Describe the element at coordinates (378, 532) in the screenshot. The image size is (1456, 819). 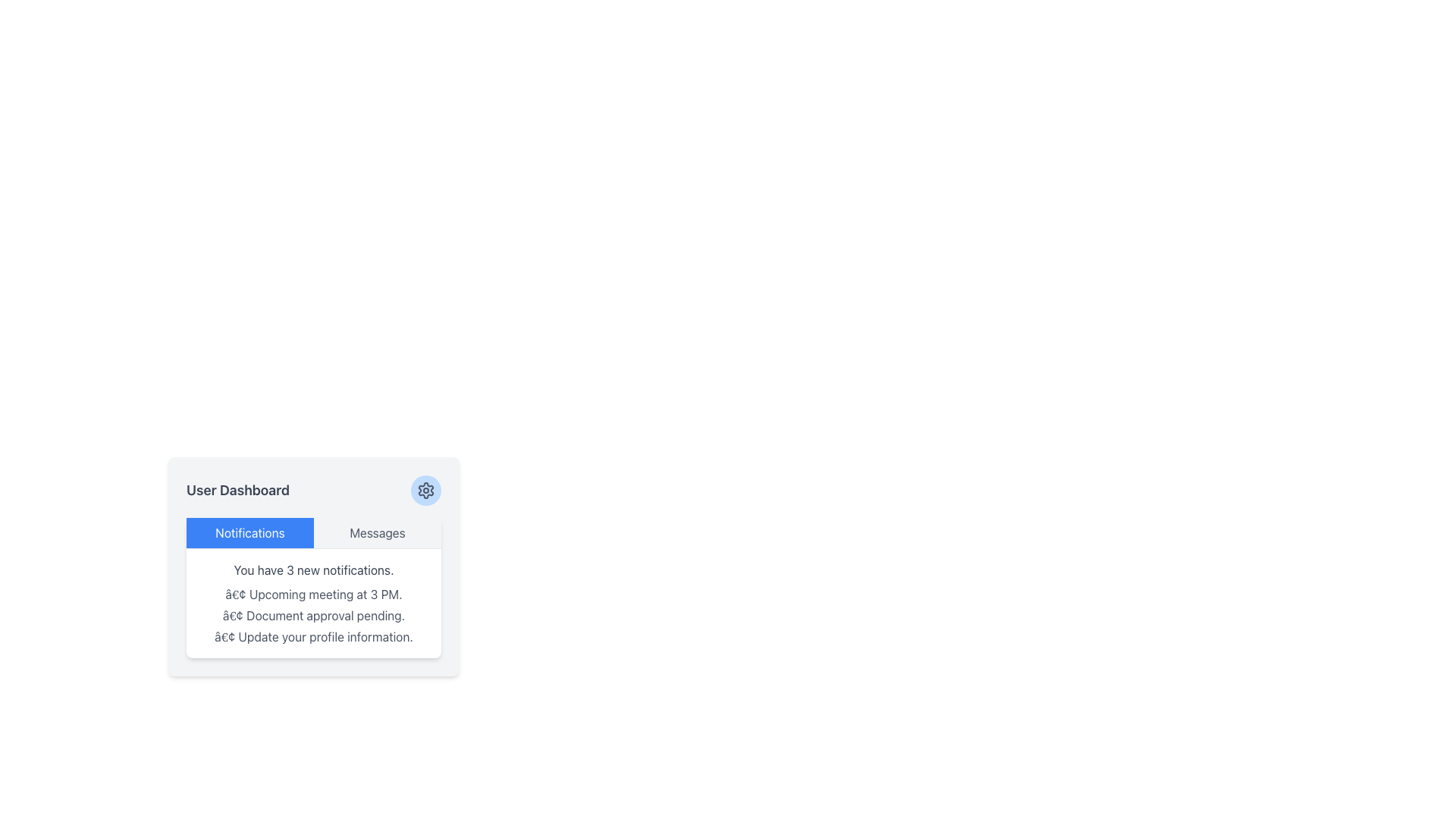
I see `the 'Messages' button located to the right of the 'Notifications' button in the header section of the User Dashboard` at that location.